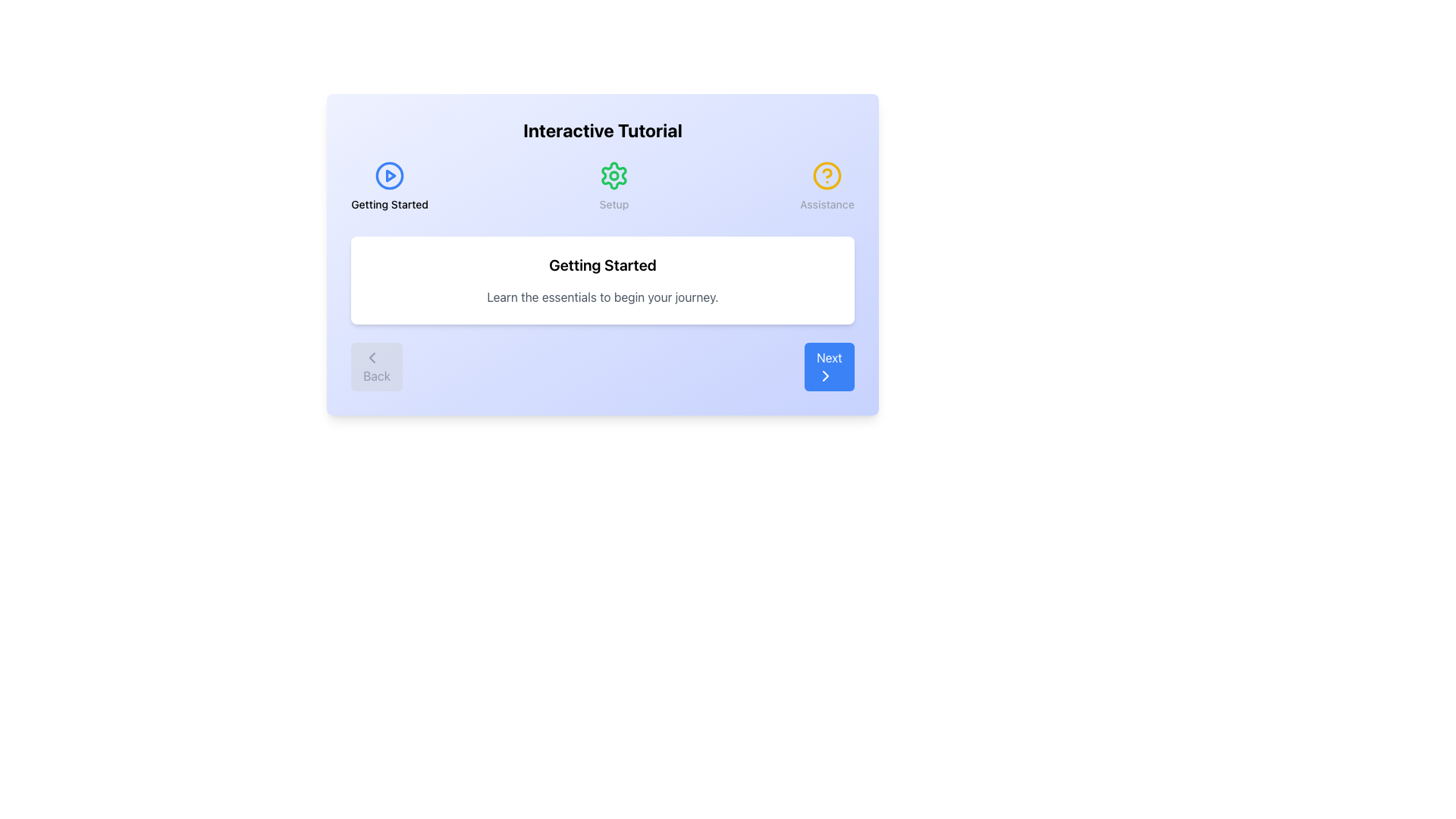  What do you see at coordinates (602, 297) in the screenshot?
I see `static text that says 'Learn the essentials to begin your journey.' located below the 'Getting Started' title in the central card-like structure` at bounding box center [602, 297].